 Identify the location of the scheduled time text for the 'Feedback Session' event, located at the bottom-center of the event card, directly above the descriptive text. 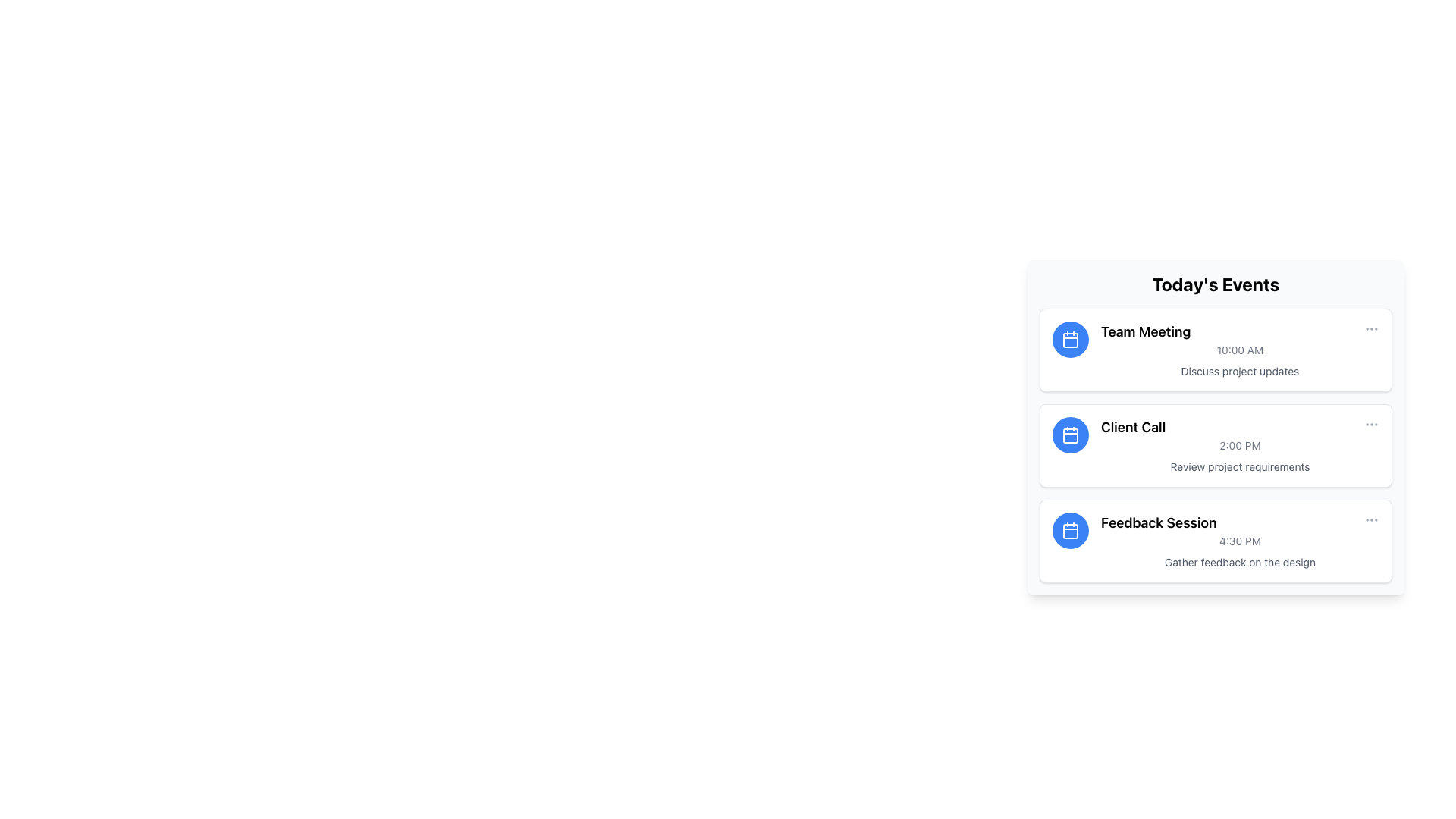
(1240, 540).